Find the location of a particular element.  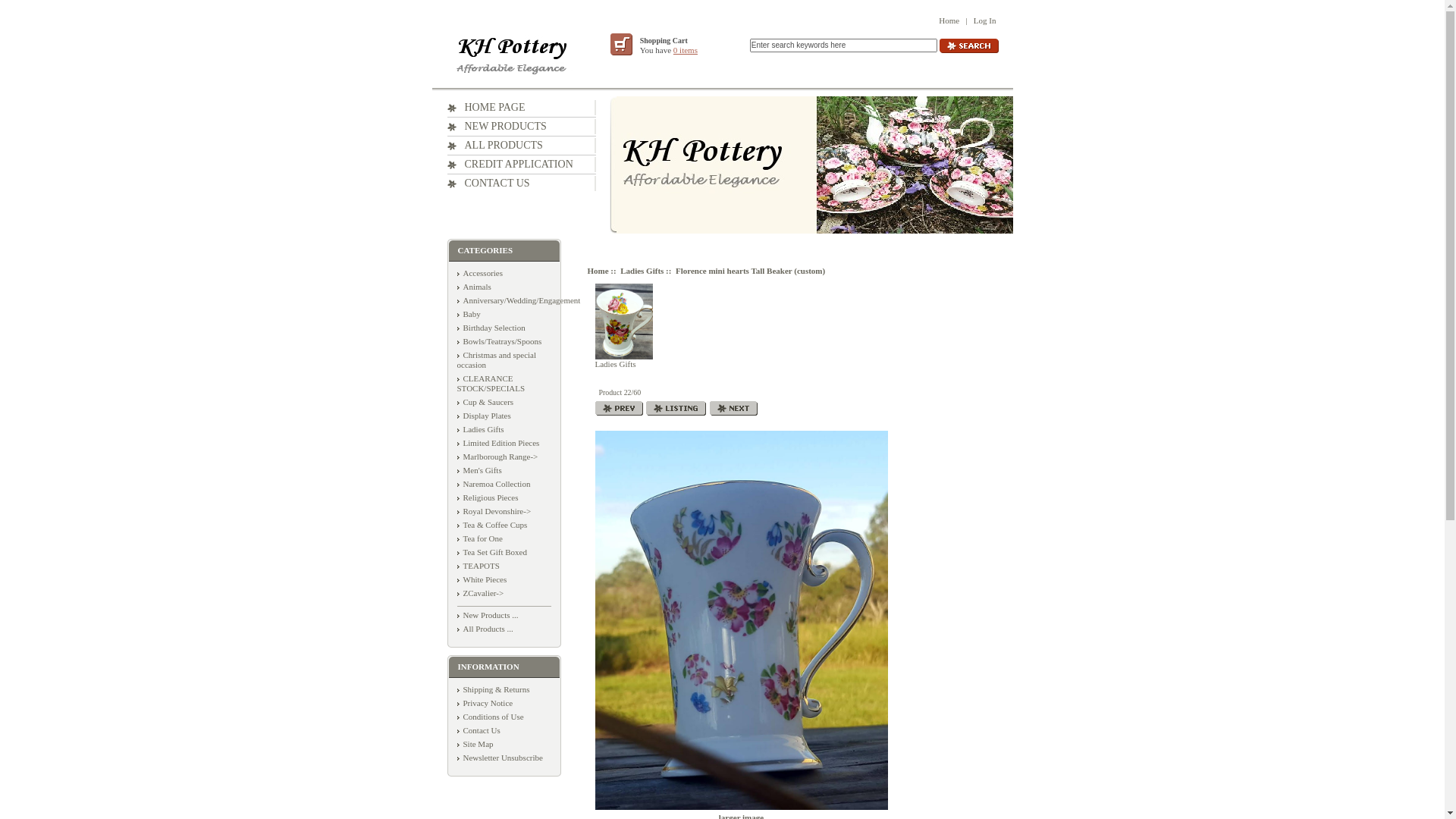

'Ladies Gifts' is located at coordinates (623, 325).